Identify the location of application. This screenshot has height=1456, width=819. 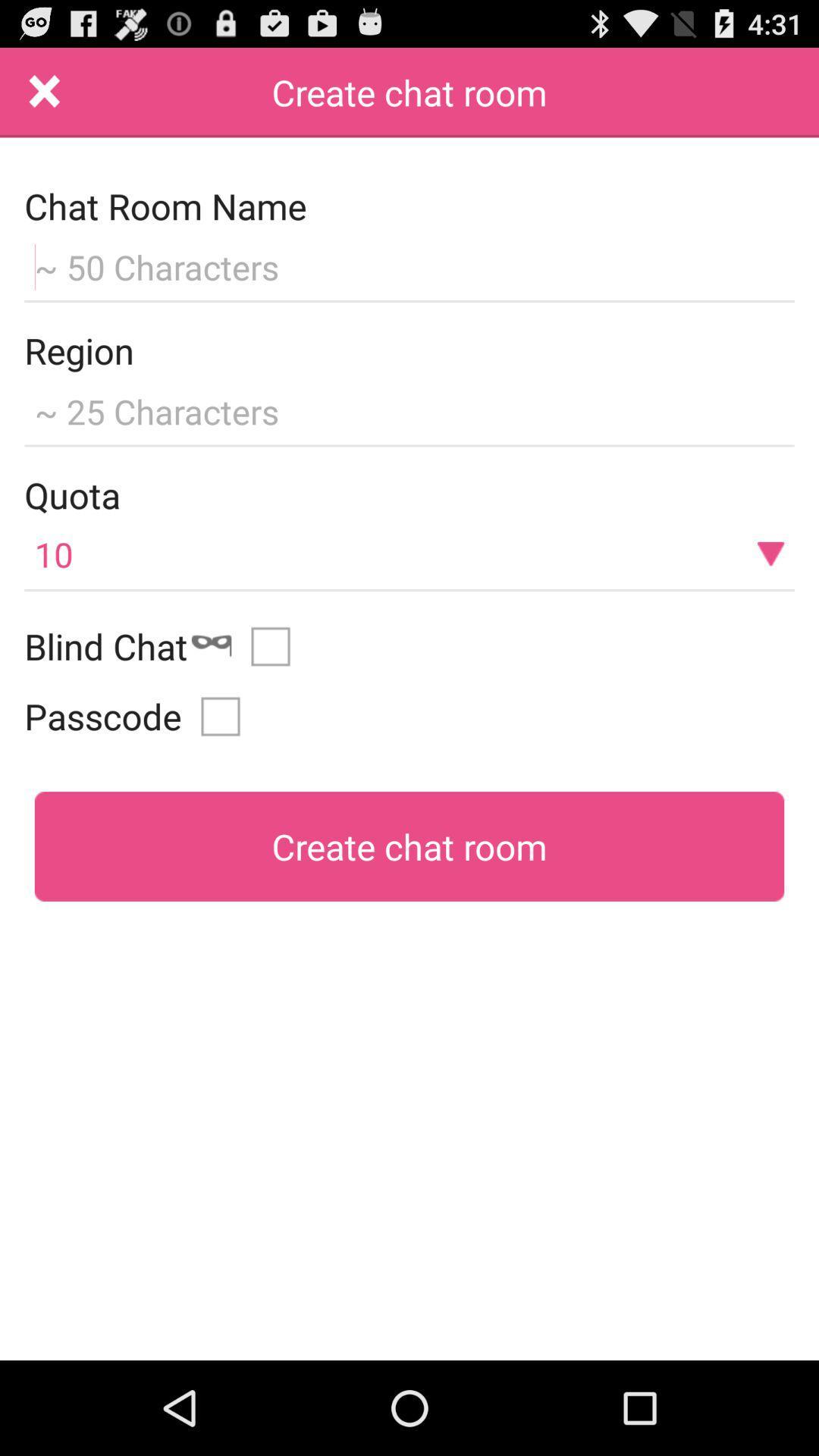
(44, 92).